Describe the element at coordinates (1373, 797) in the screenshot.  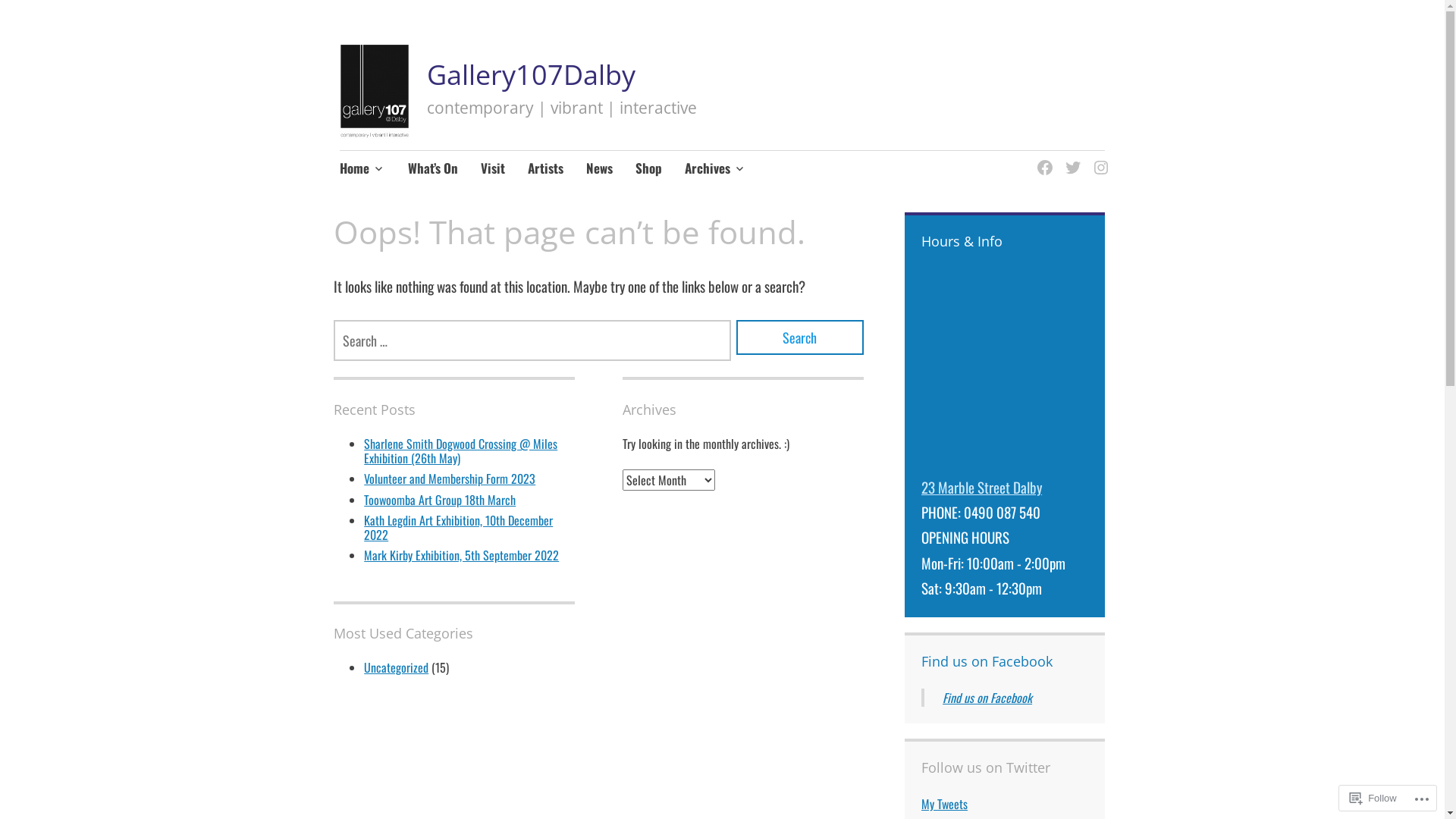
I see `'Follow'` at that location.